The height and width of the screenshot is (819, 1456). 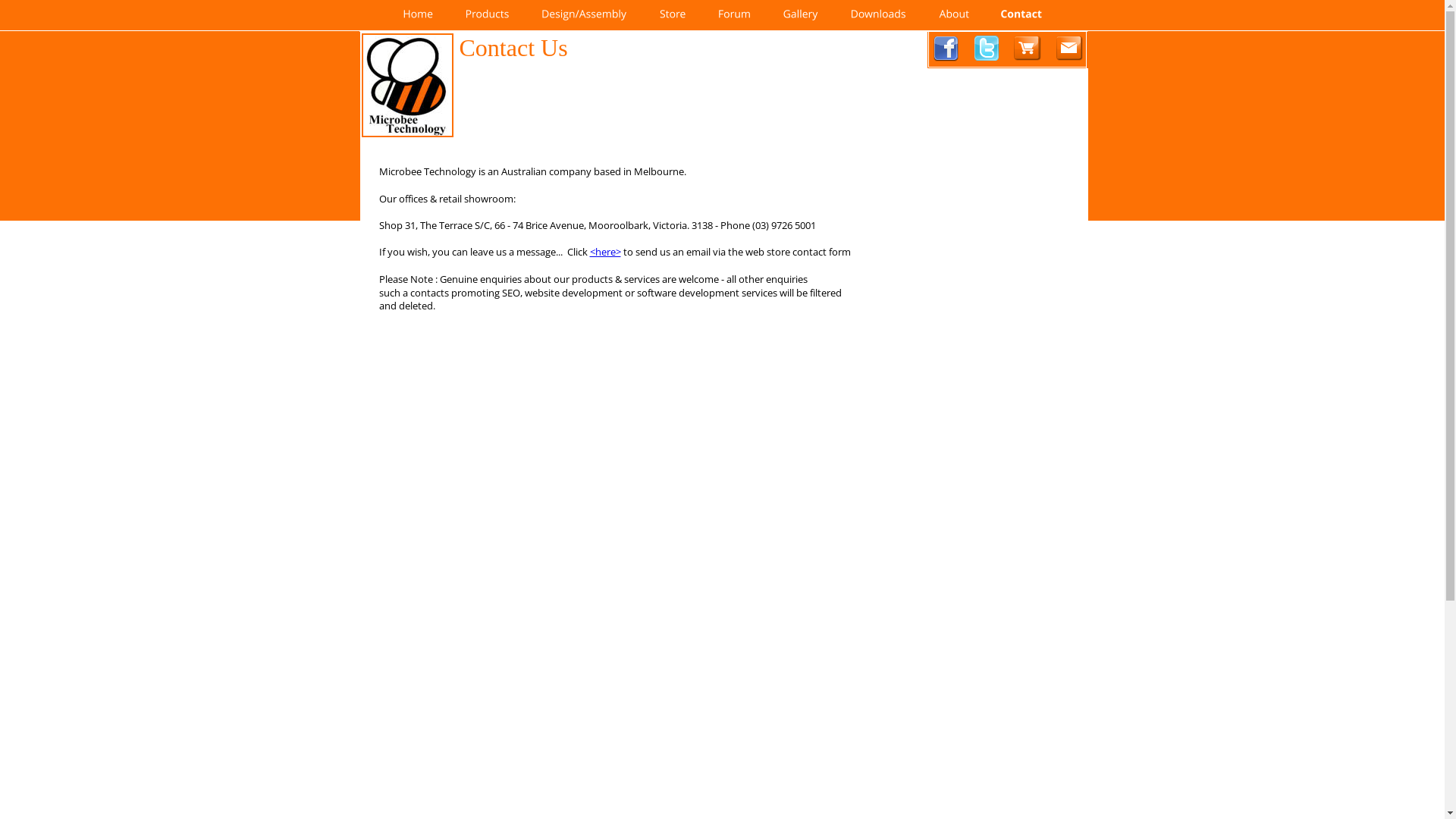 I want to click on '<here>', so click(x=604, y=250).